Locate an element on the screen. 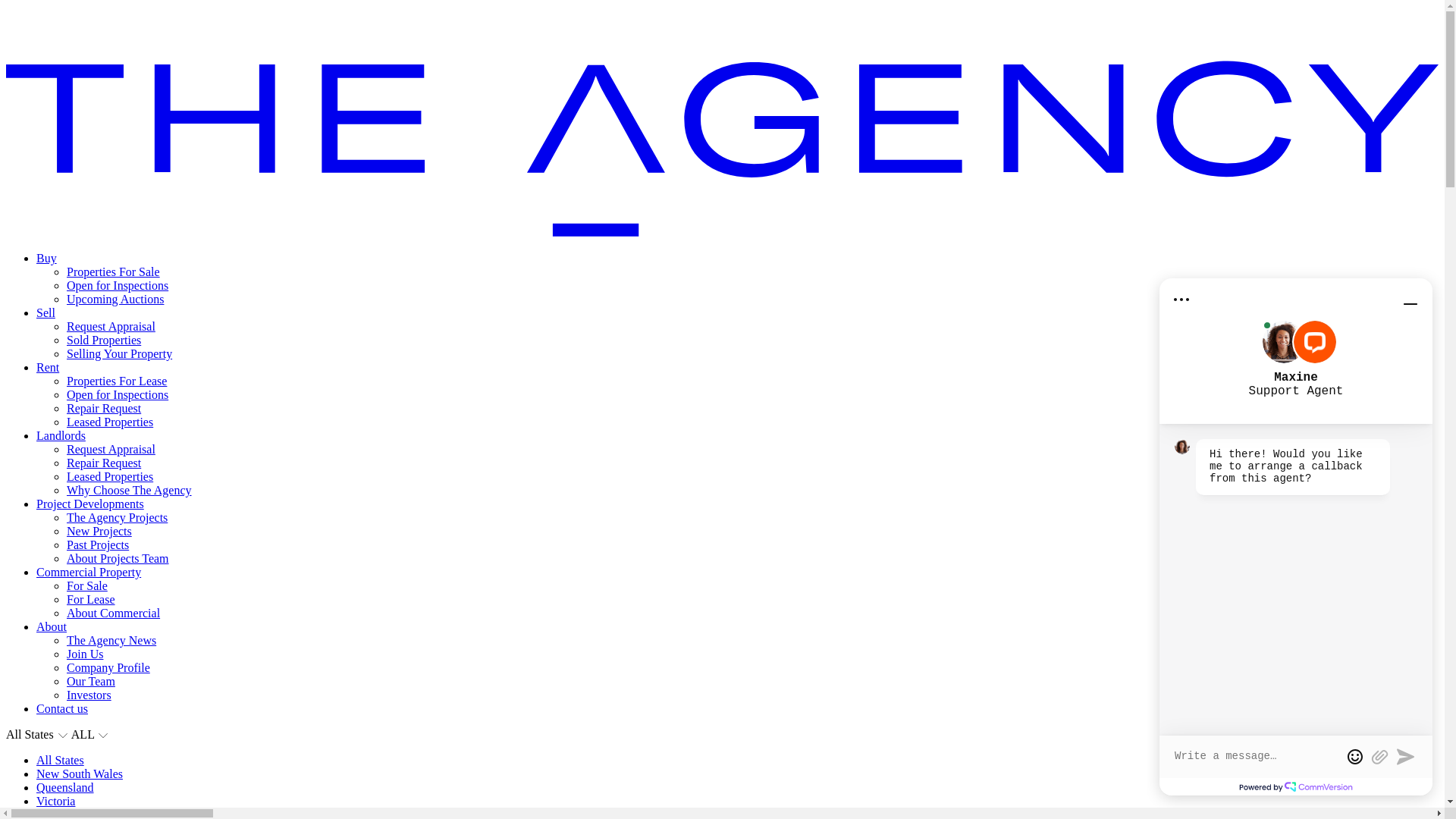  'For Sale' is located at coordinates (86, 585).